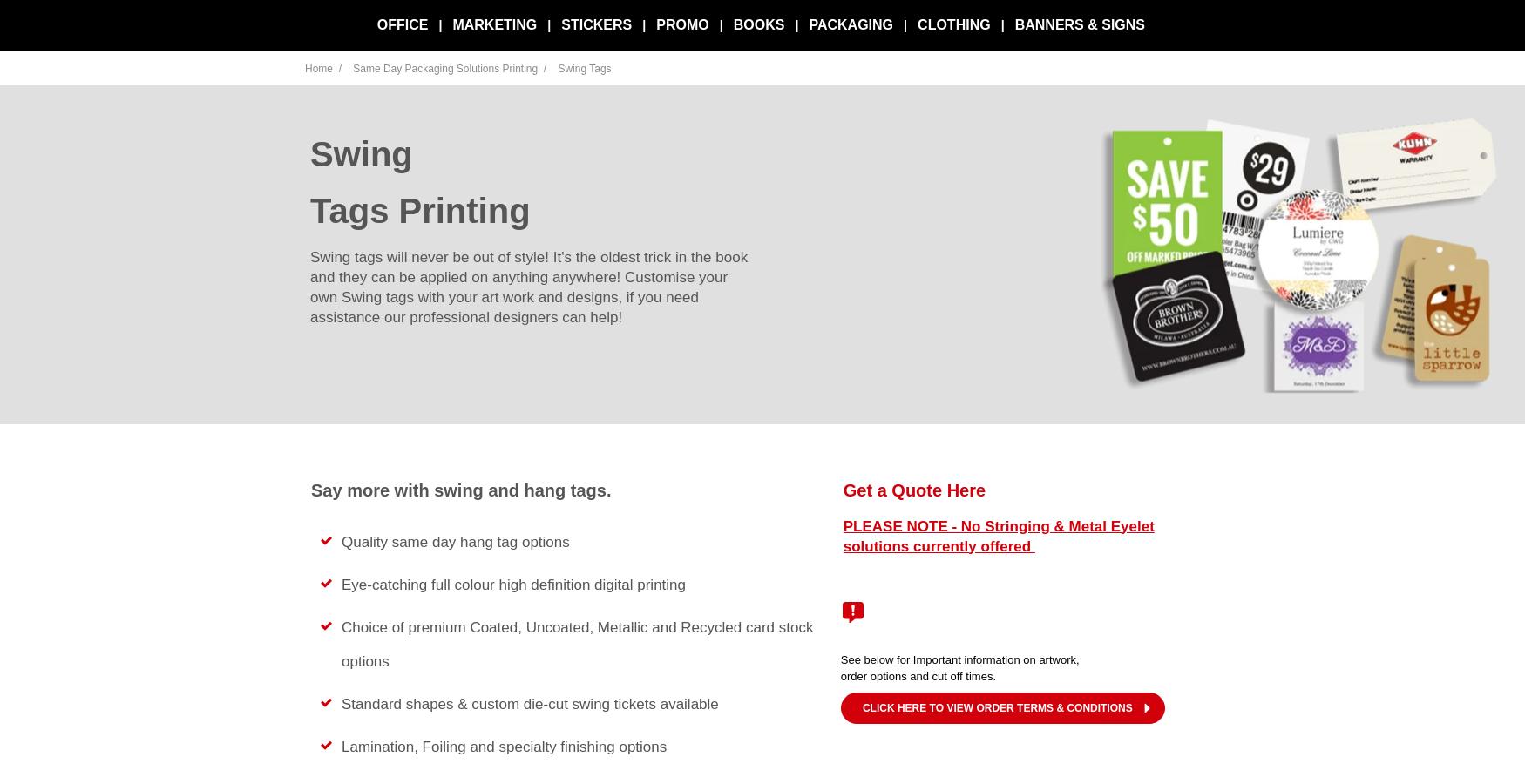 This screenshot has height=784, width=1525. What do you see at coordinates (583, 68) in the screenshot?
I see `'Swing Tags'` at bounding box center [583, 68].